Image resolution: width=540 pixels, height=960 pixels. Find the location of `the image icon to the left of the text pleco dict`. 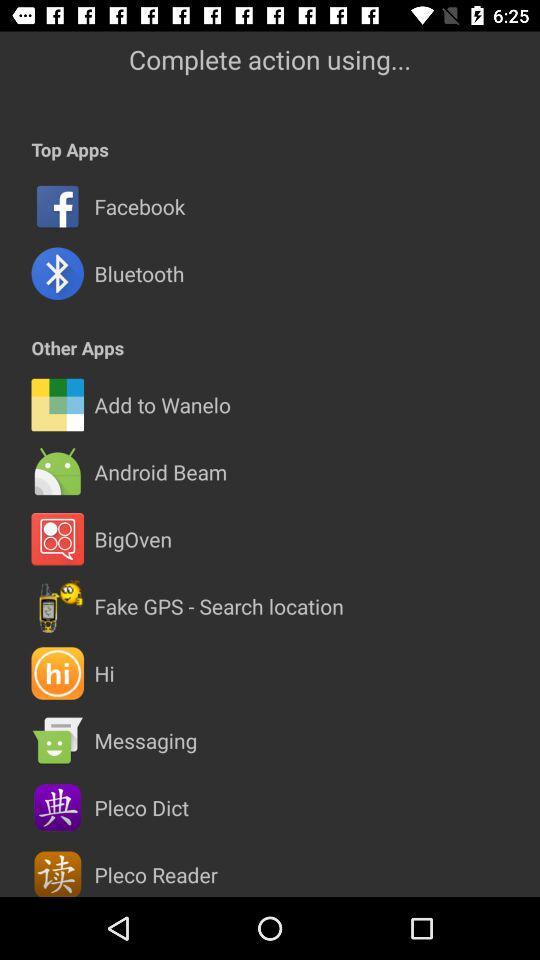

the image icon to the left of the text pleco dict is located at coordinates (57, 808).